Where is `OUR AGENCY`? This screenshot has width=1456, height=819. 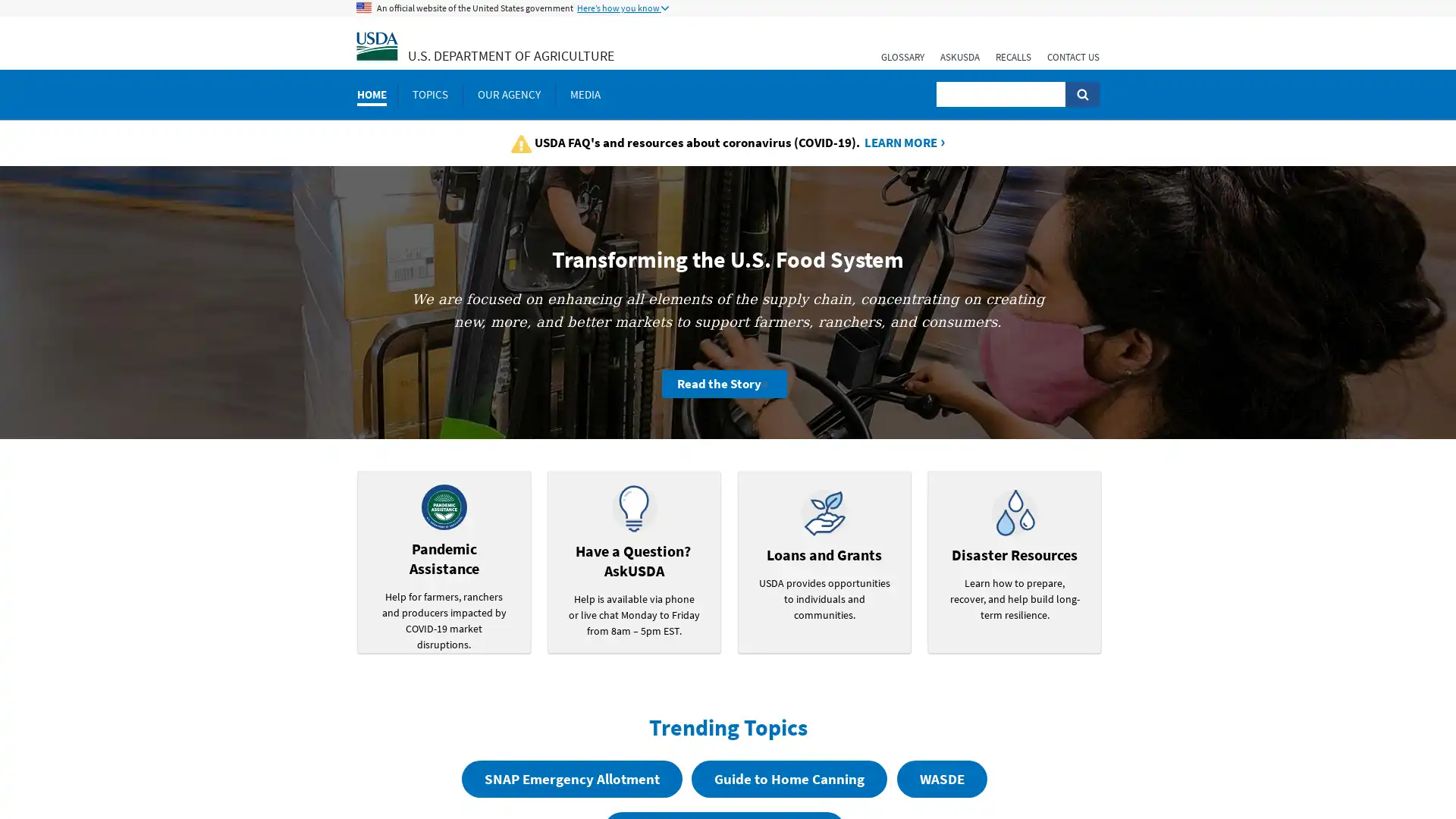
OUR AGENCY is located at coordinates (509, 94).